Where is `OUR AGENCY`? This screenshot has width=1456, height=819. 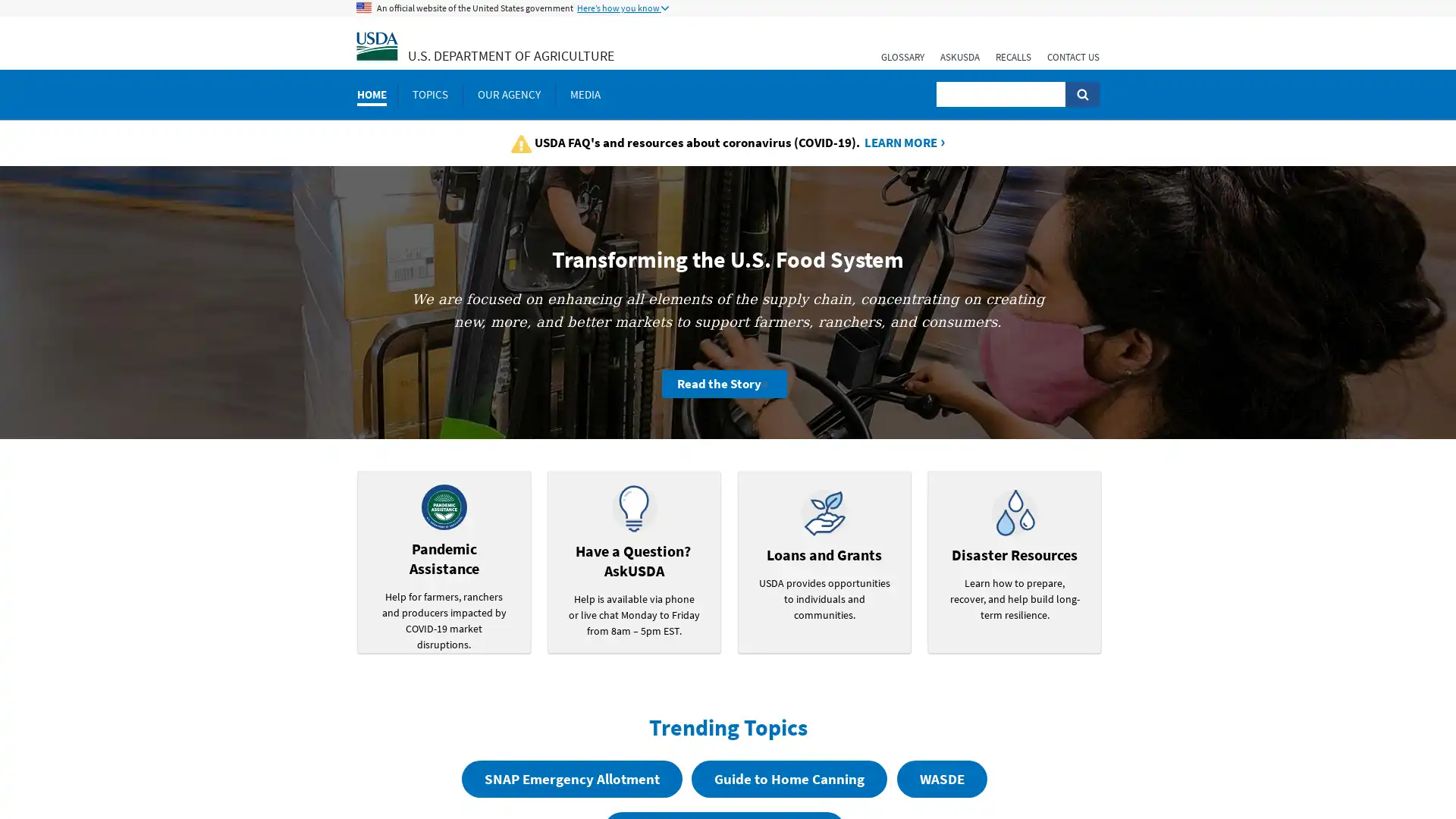
OUR AGENCY is located at coordinates (509, 94).